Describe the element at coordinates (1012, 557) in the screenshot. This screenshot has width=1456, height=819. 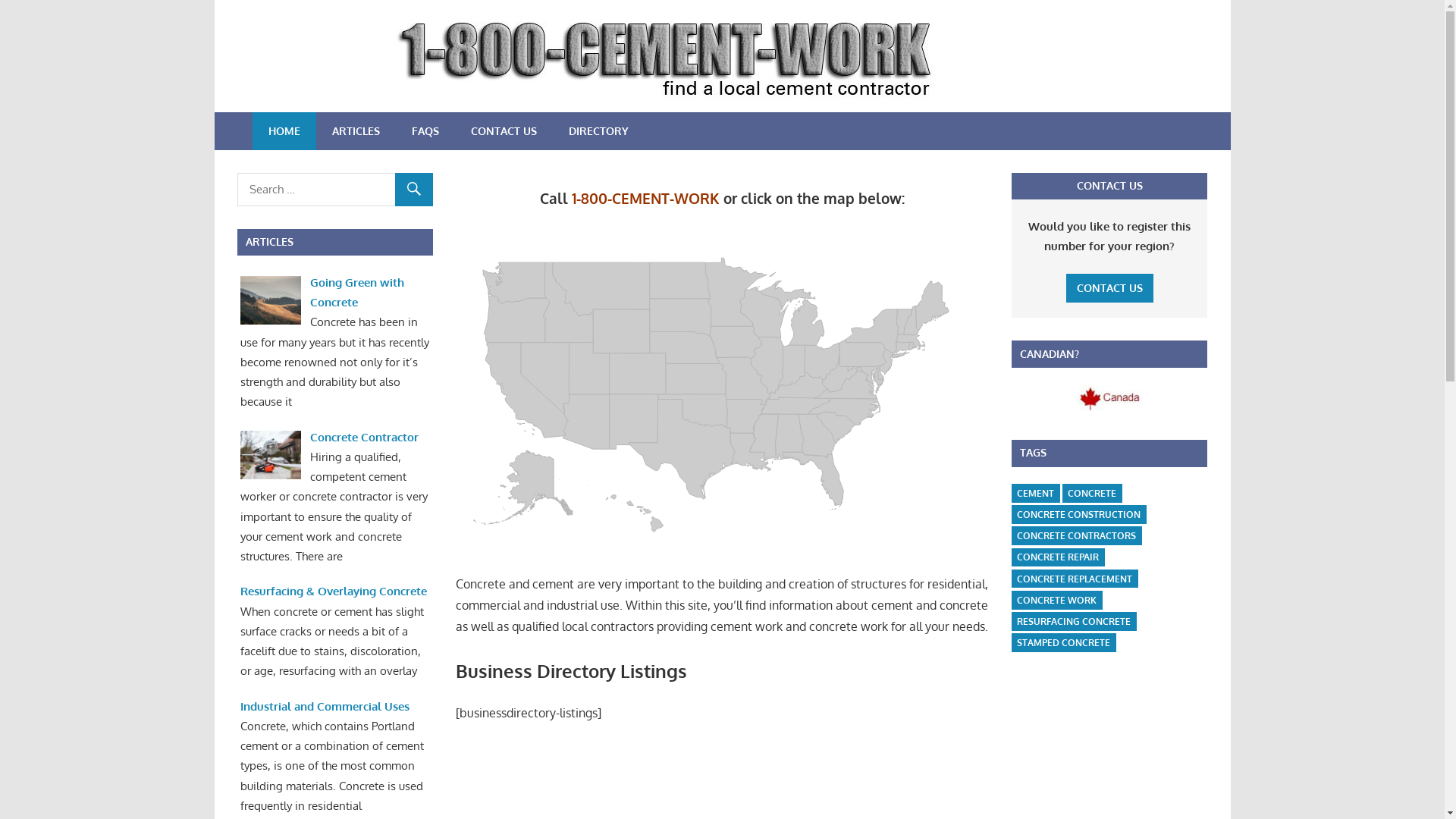
I see `'CONCRETE REPAIR'` at that location.